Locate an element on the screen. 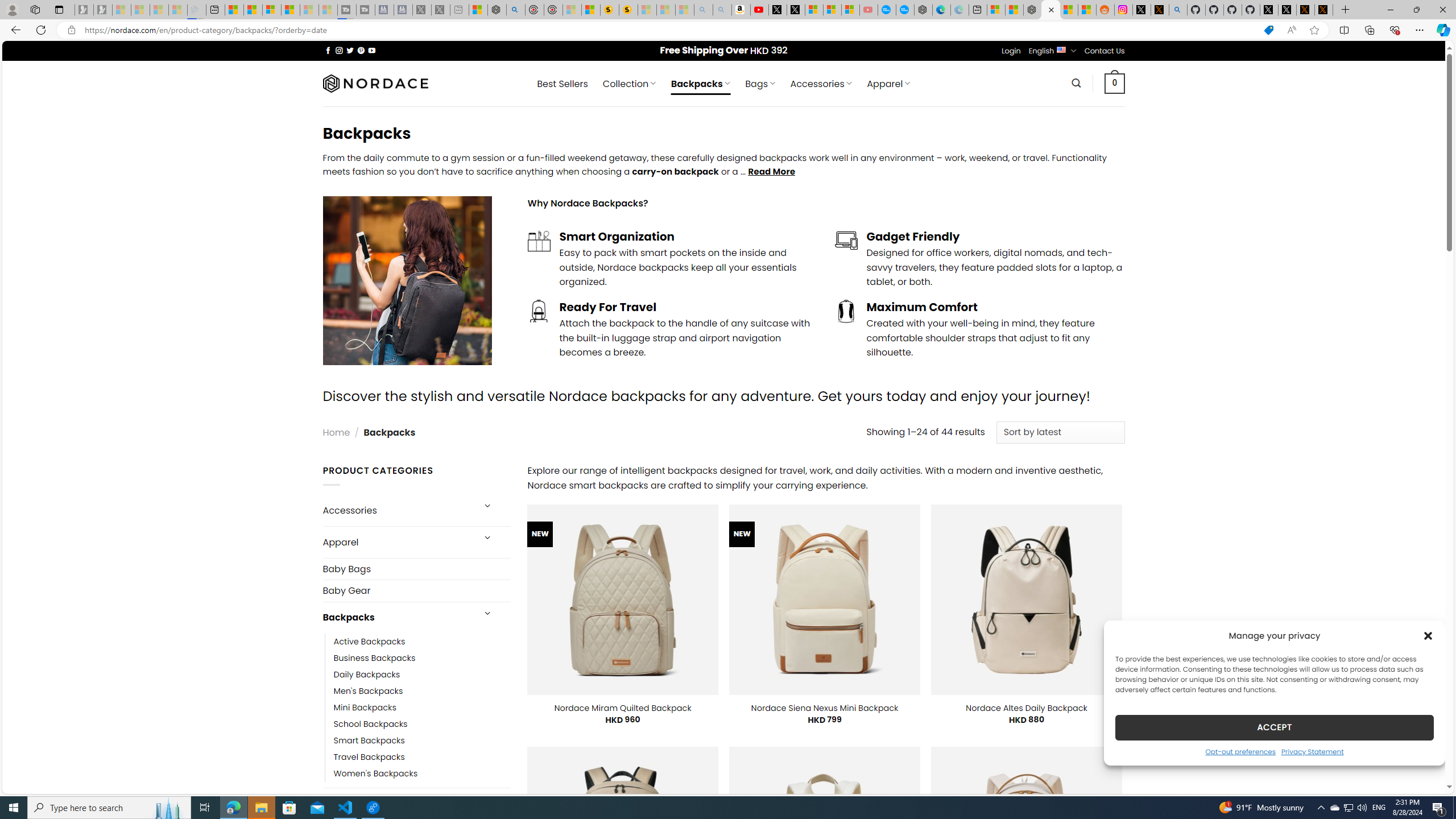 The width and height of the screenshot is (1456, 819). 'Shanghai, China Weather trends | Microsoft Weather' is located at coordinates (1087, 9).